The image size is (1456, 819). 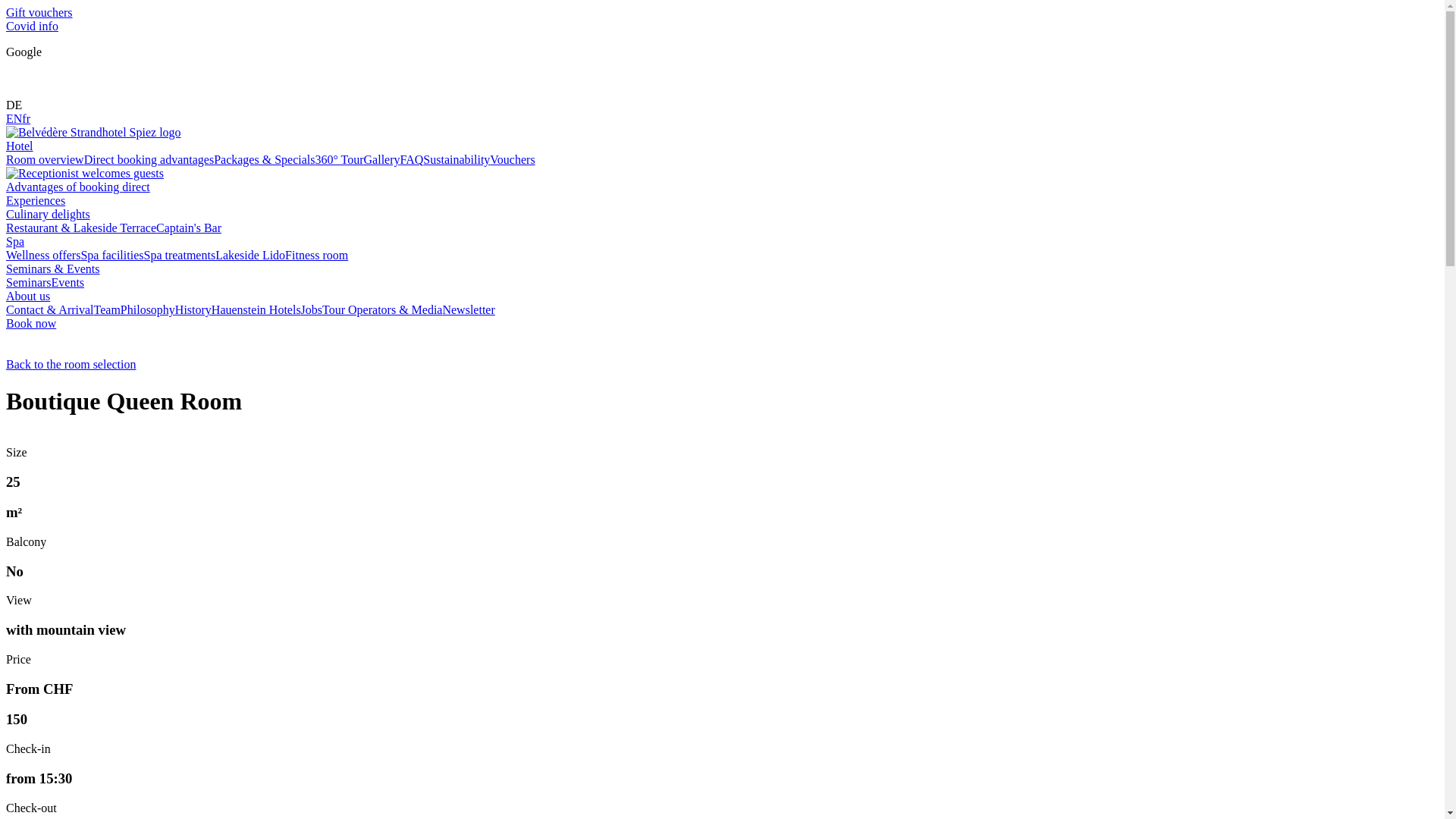 What do you see at coordinates (264, 159) in the screenshot?
I see `'Packages & Specials'` at bounding box center [264, 159].